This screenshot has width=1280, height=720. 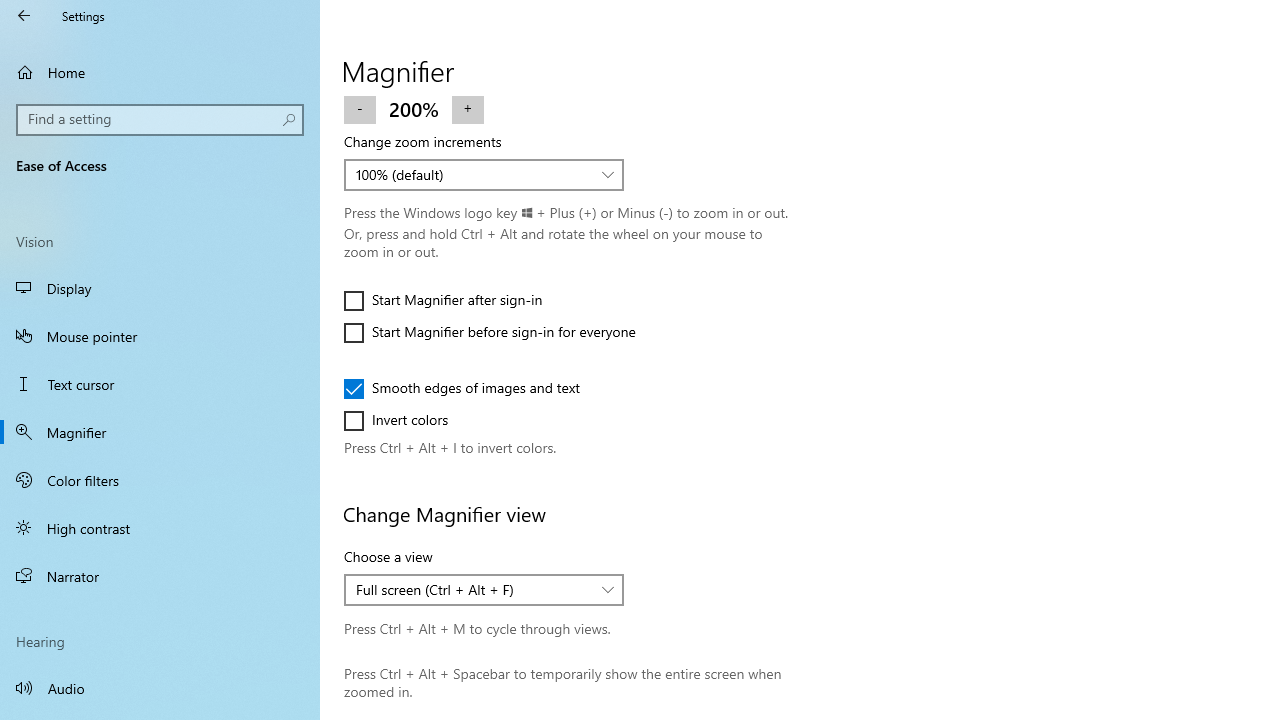 What do you see at coordinates (466, 108) in the screenshot?
I see `'Zoom in'` at bounding box center [466, 108].